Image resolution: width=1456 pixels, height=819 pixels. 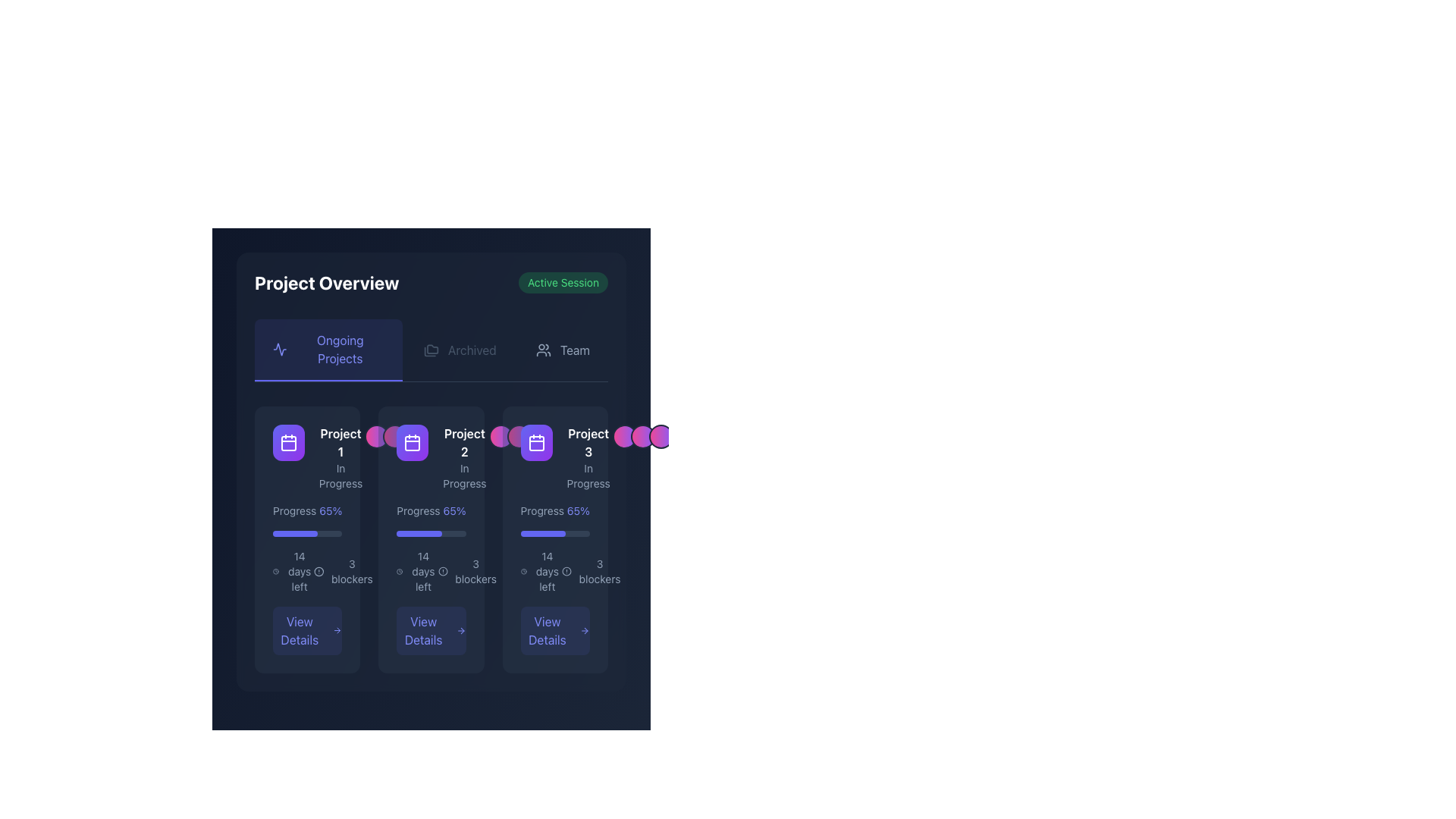 I want to click on the informational label with an icon that indicates the existence and count of blockers (three) associated with Project 1, located below the 'Progress 65%' indicator and to the right of the '14 days left' label in the 'Ongoing Projects' area, so click(x=343, y=571).